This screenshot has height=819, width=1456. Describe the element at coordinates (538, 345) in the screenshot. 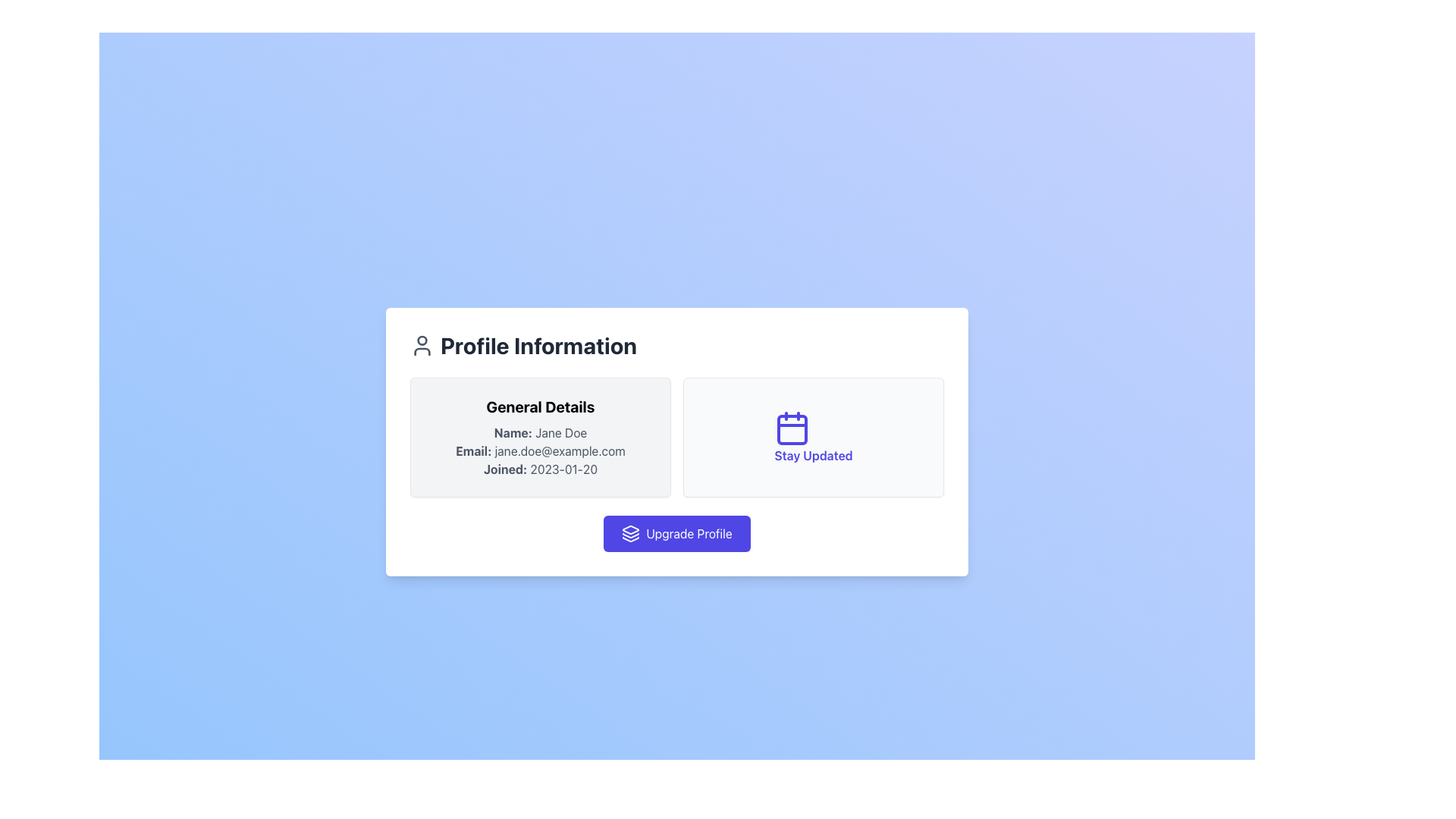

I see `the text label displaying 'Profile Information', which is bold and dark gray, located in the header section of the content card` at that location.